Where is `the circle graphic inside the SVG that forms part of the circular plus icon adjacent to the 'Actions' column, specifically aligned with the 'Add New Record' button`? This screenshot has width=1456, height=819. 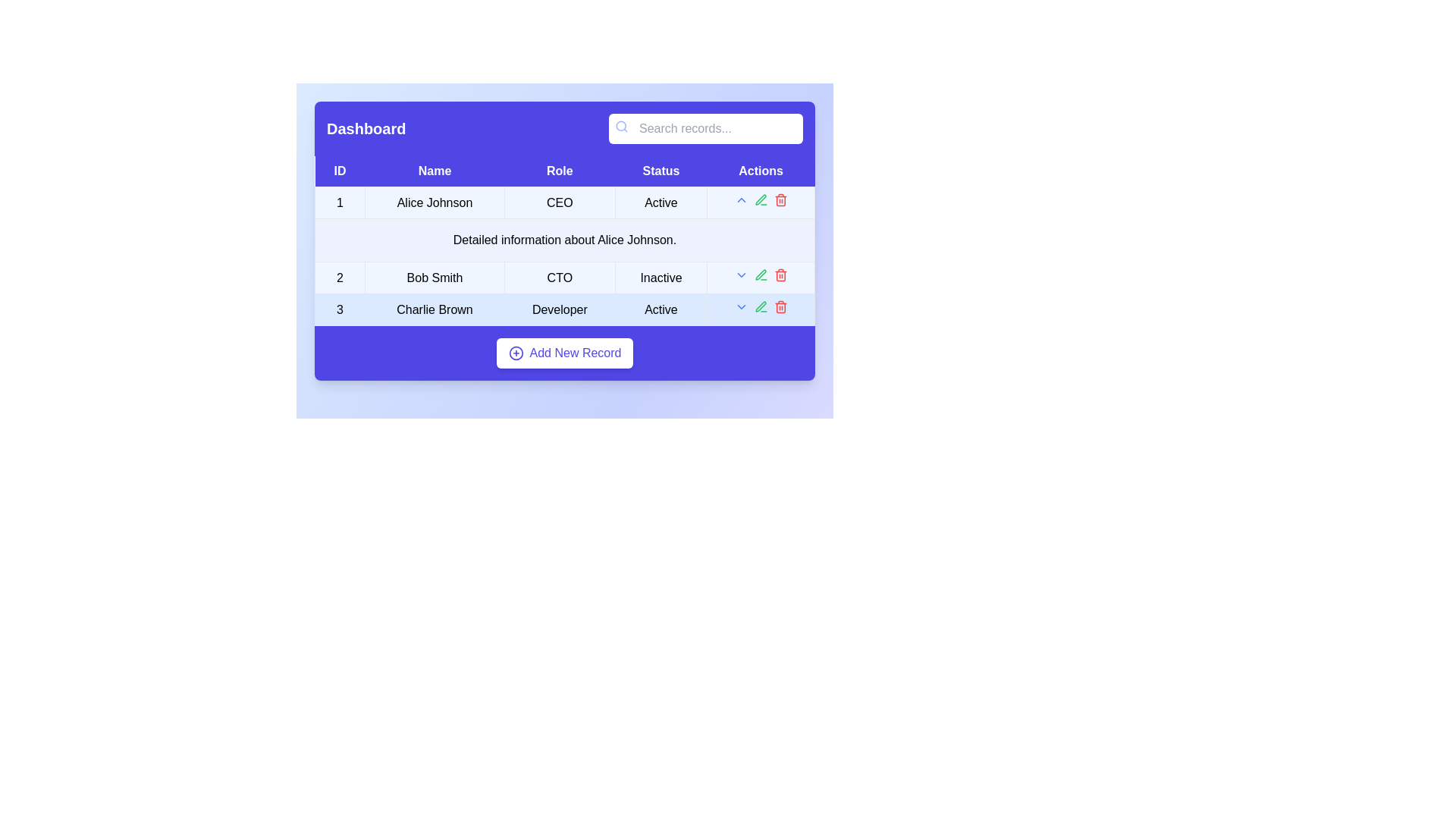
the circle graphic inside the SVG that forms part of the circular plus icon adjacent to the 'Actions' column, specifically aligned with the 'Add New Record' button is located at coordinates (516, 353).